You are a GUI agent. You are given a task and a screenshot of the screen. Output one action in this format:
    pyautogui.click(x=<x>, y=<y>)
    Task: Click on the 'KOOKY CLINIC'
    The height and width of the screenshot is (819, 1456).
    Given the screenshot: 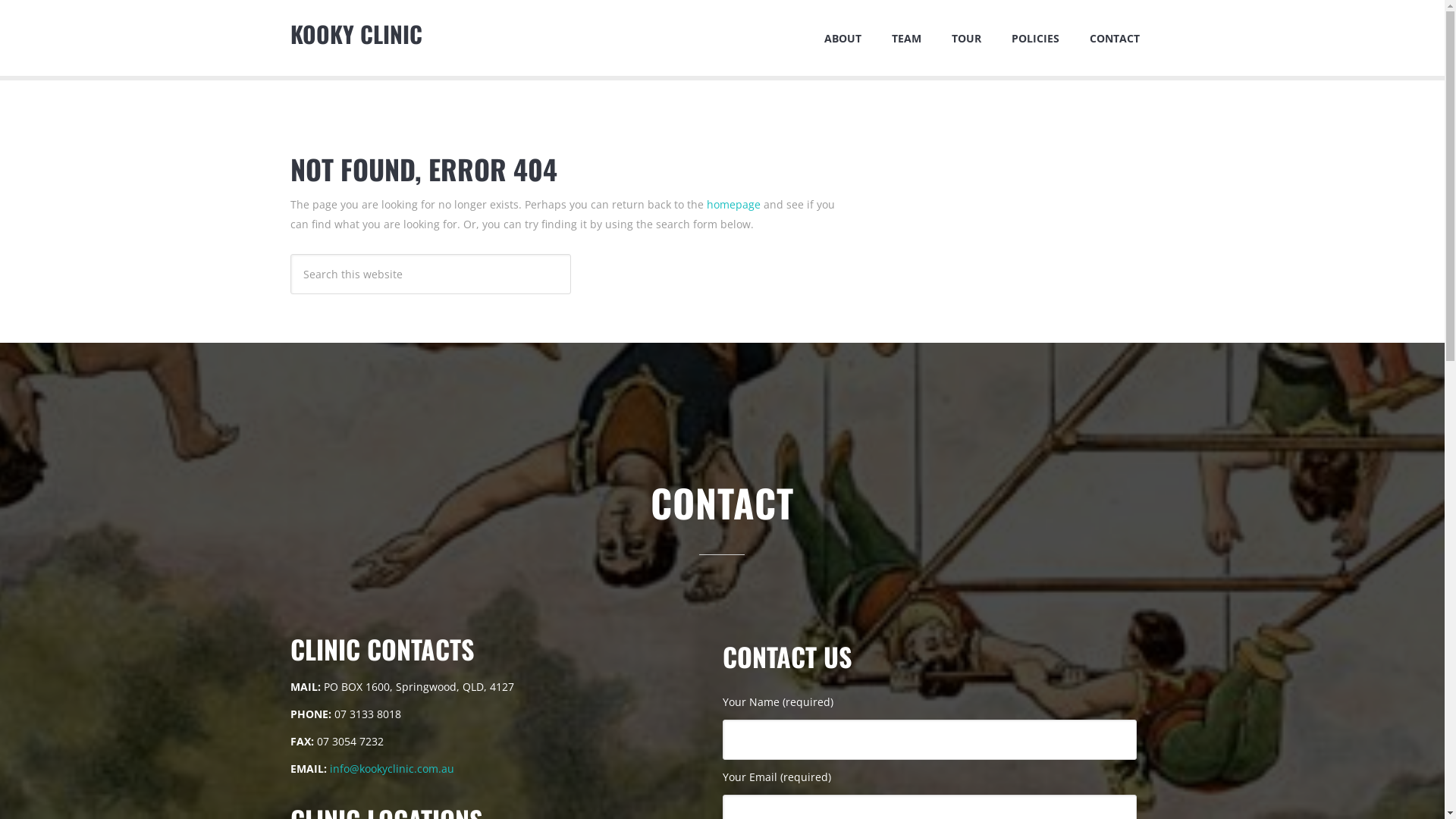 What is the action you would take?
    pyautogui.click(x=355, y=33)
    